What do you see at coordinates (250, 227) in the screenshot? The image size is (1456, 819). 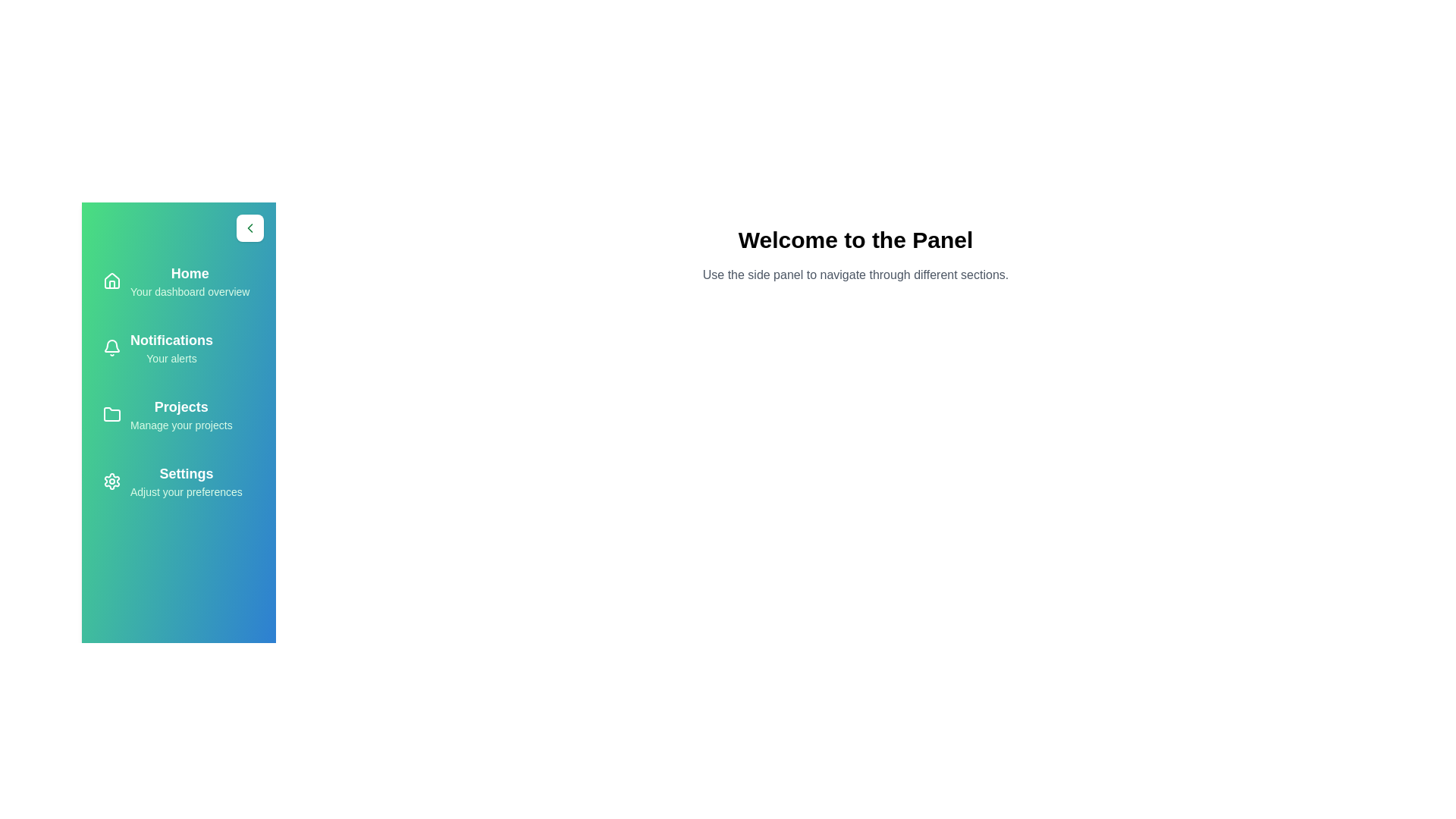 I see `the arrow button to toggle the panel's state` at bounding box center [250, 227].